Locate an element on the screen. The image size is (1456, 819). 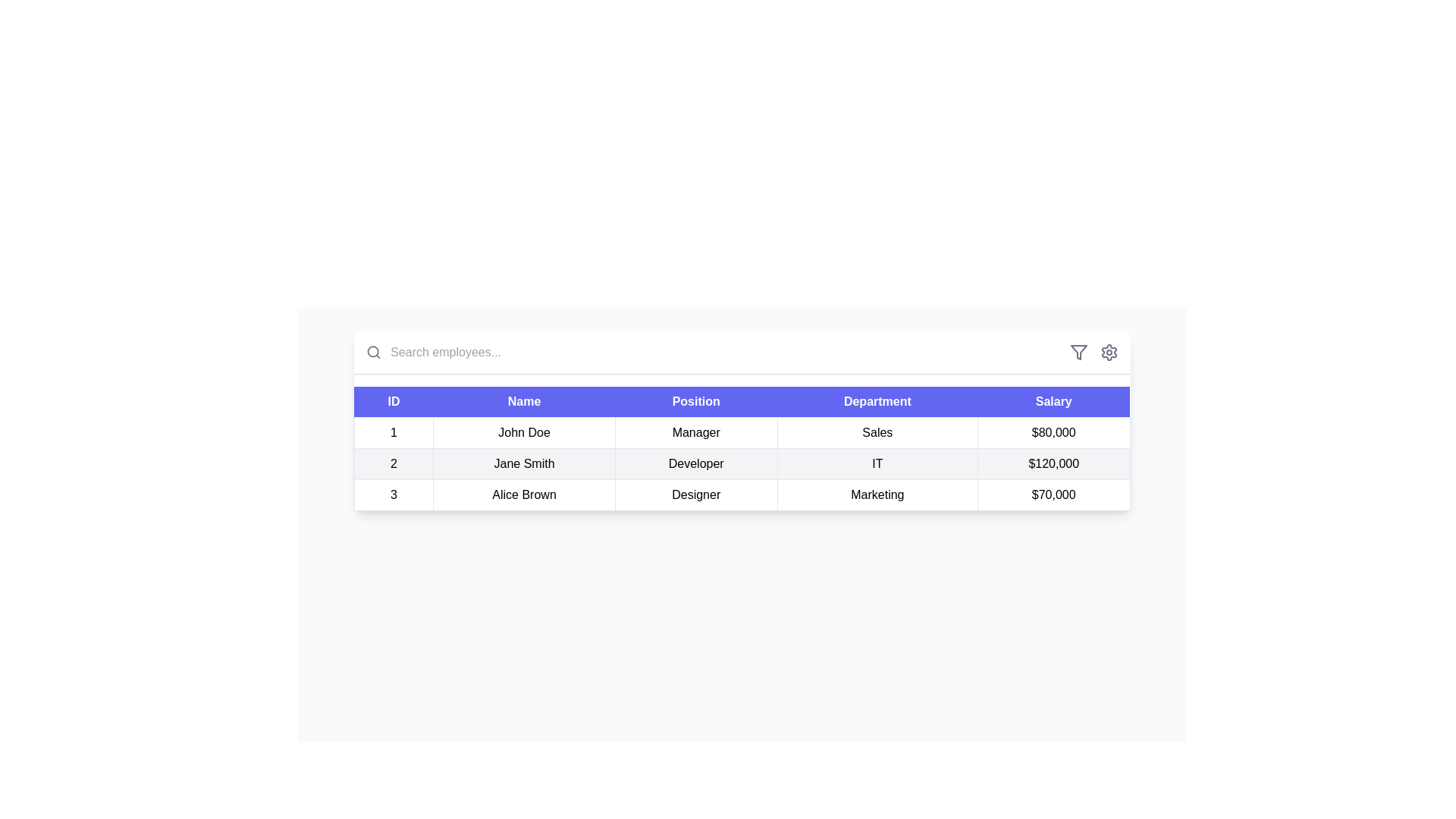
the static text label displaying the job position 'Developer' for employee 'Jane Smith' in the second row of the table is located at coordinates (695, 463).